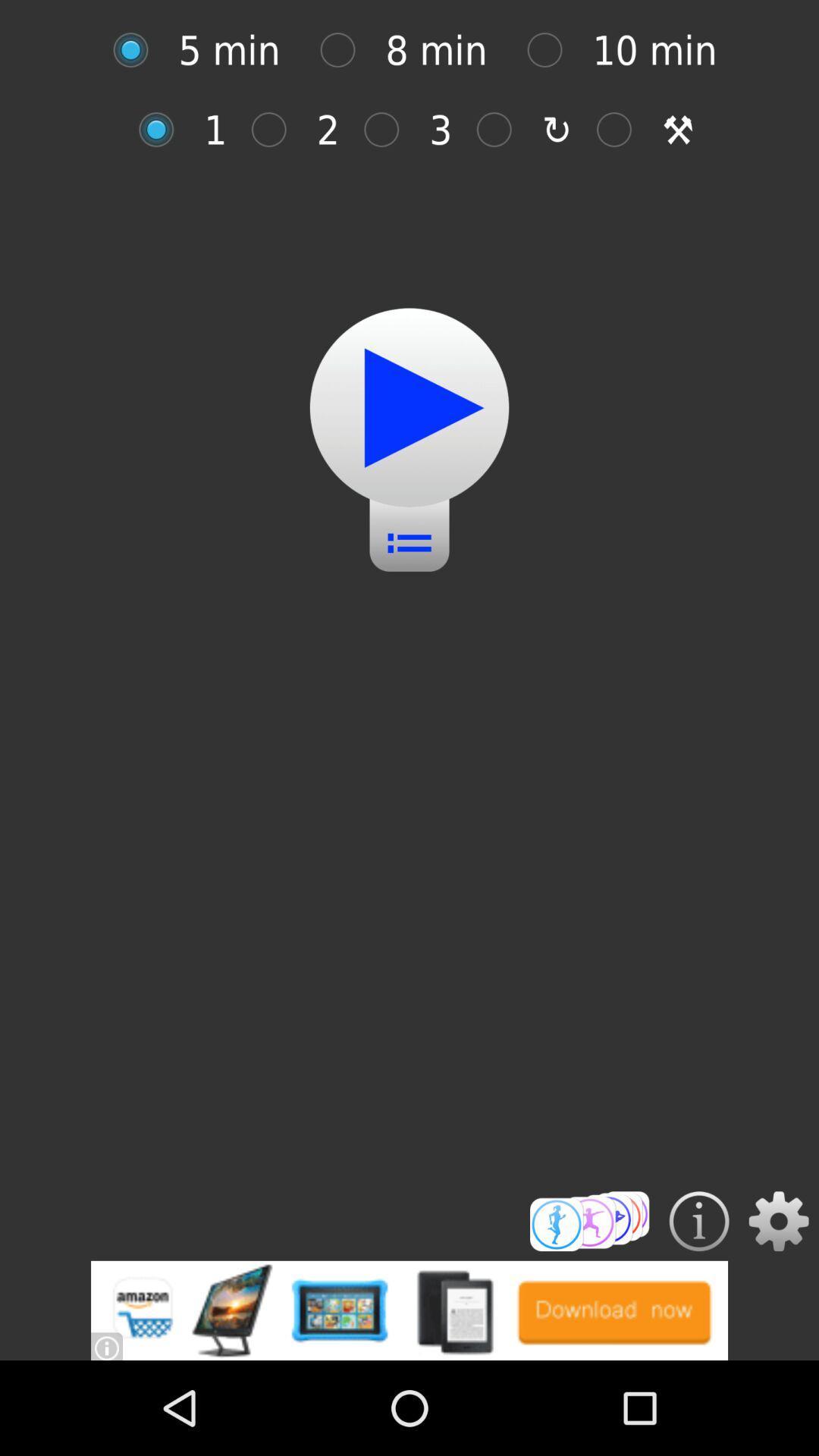  I want to click on the radio button beside the text 5 min, so click(139, 50).